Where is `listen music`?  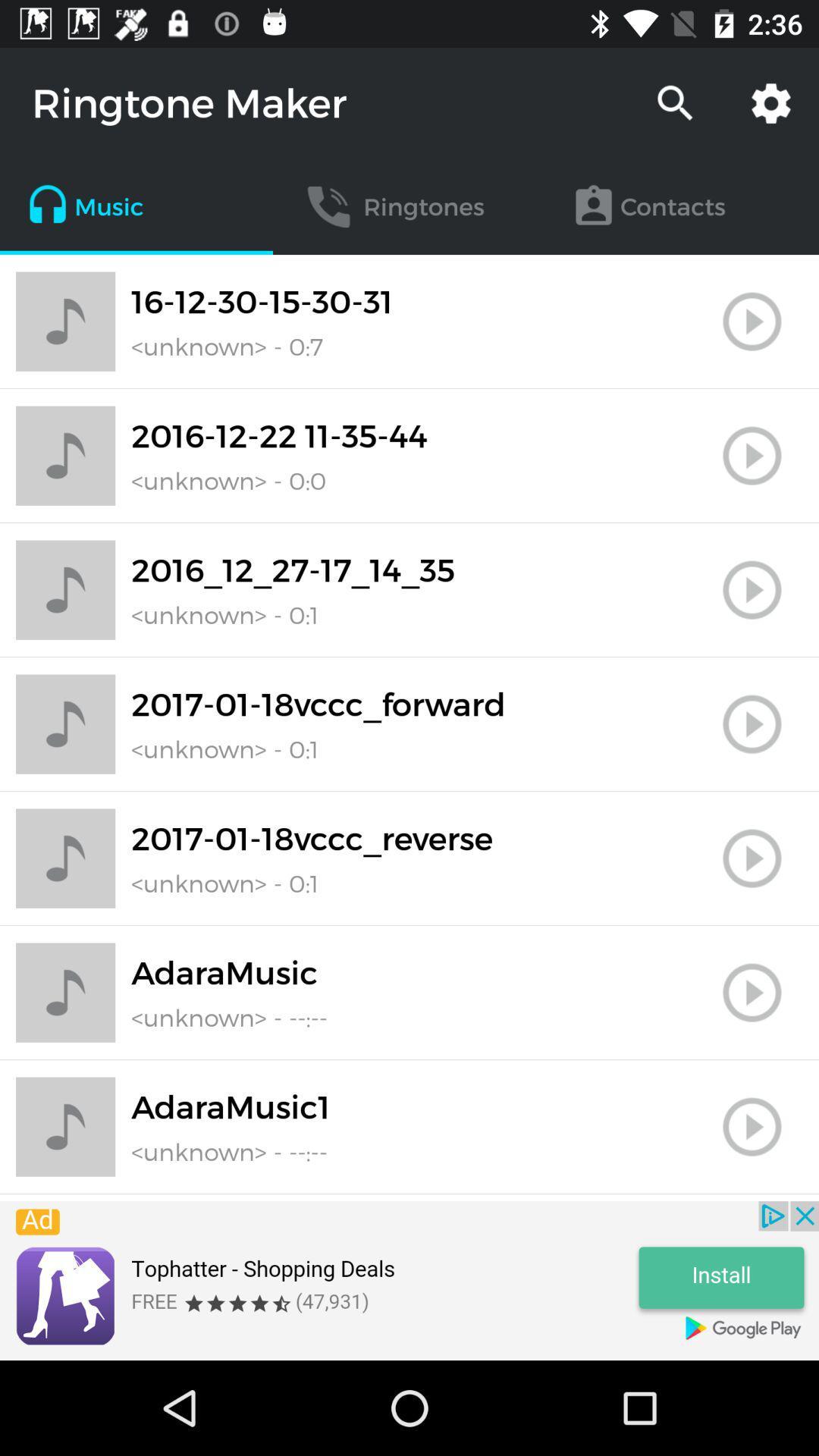 listen music is located at coordinates (752, 858).